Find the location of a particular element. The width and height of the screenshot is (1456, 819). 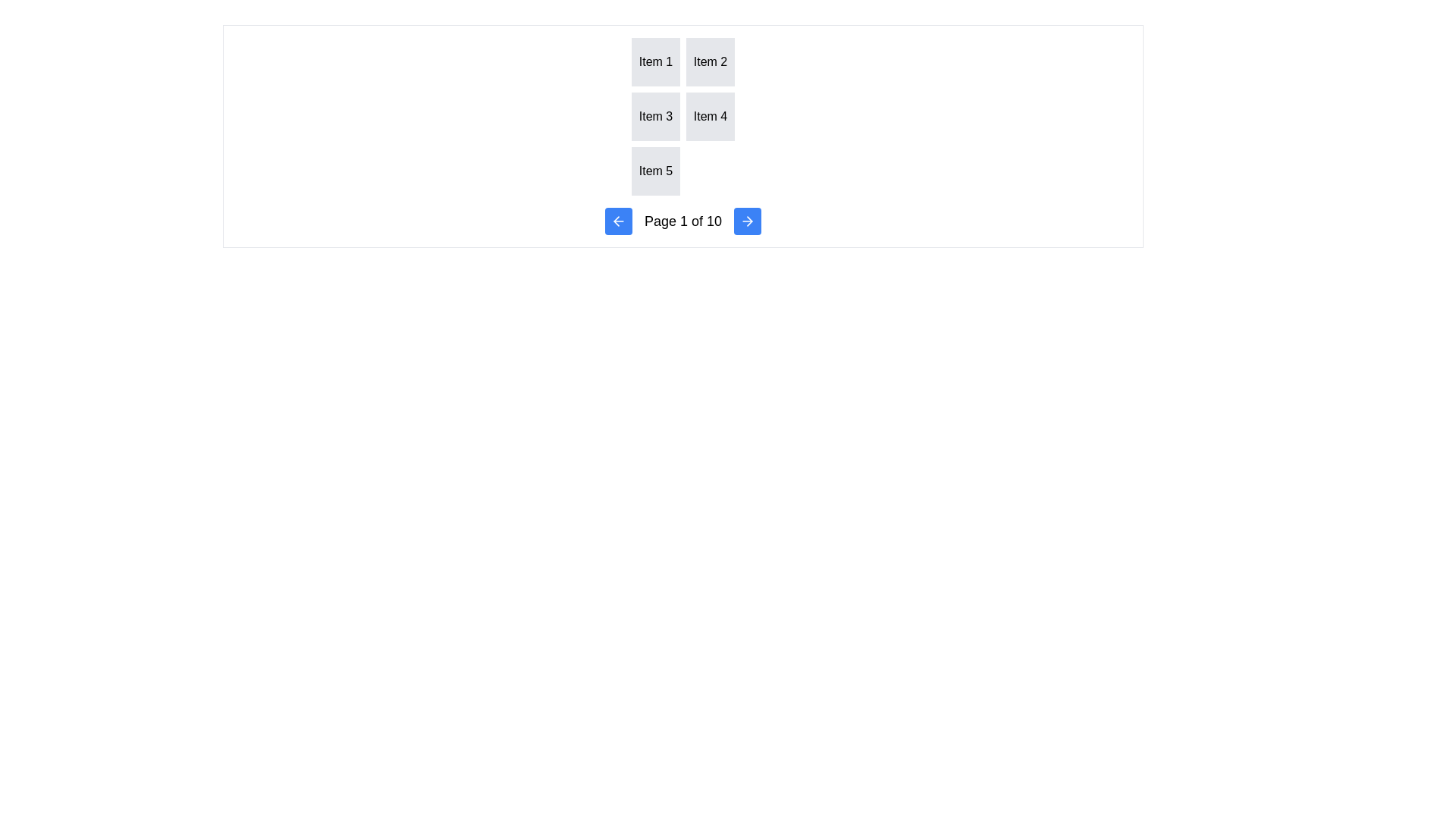

the navigational stepper button located in the bottom-right corner of the control panel is located at coordinates (748, 221).